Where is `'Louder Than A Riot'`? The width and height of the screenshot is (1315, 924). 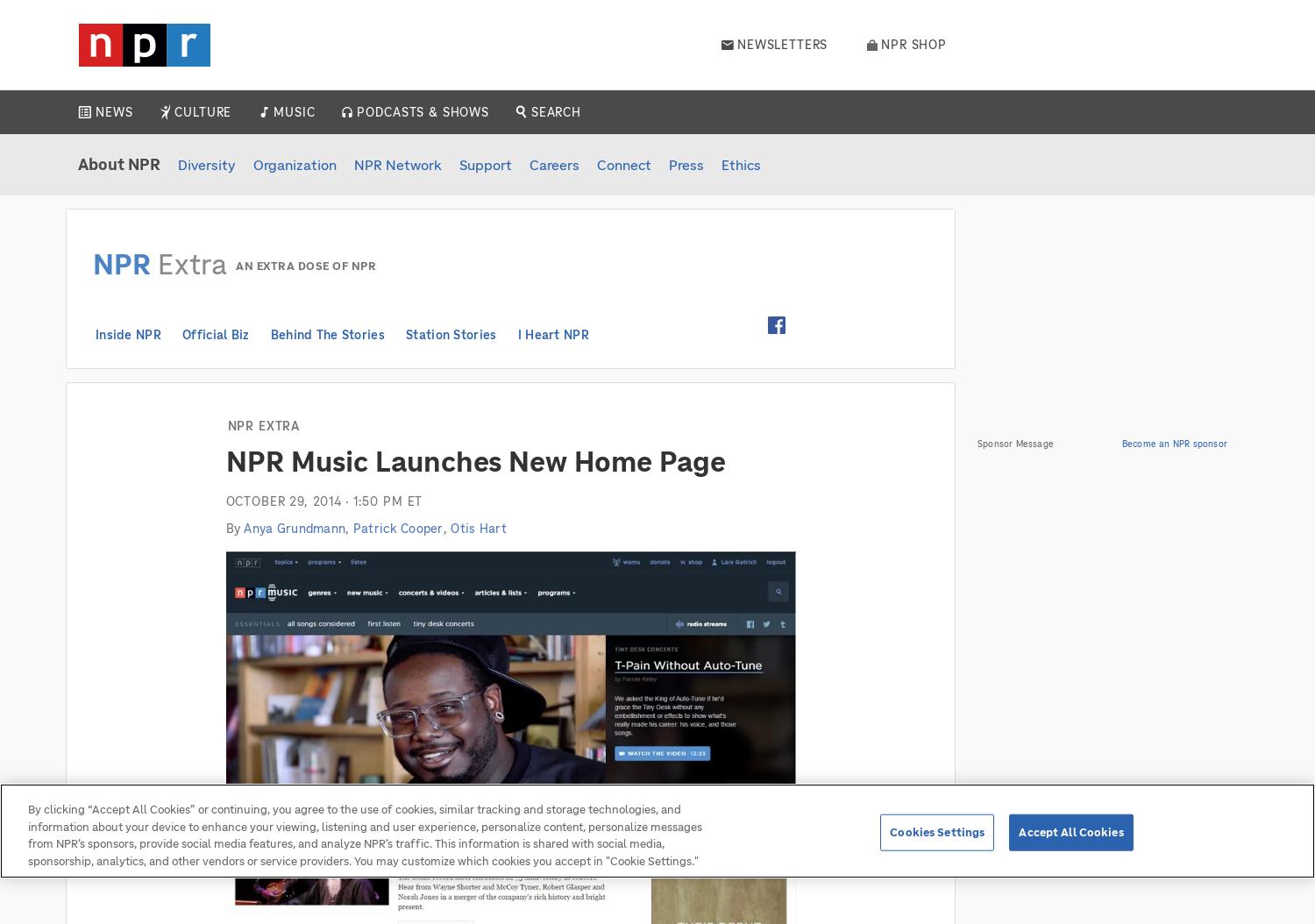
'Louder Than A Riot' is located at coordinates (661, 243).